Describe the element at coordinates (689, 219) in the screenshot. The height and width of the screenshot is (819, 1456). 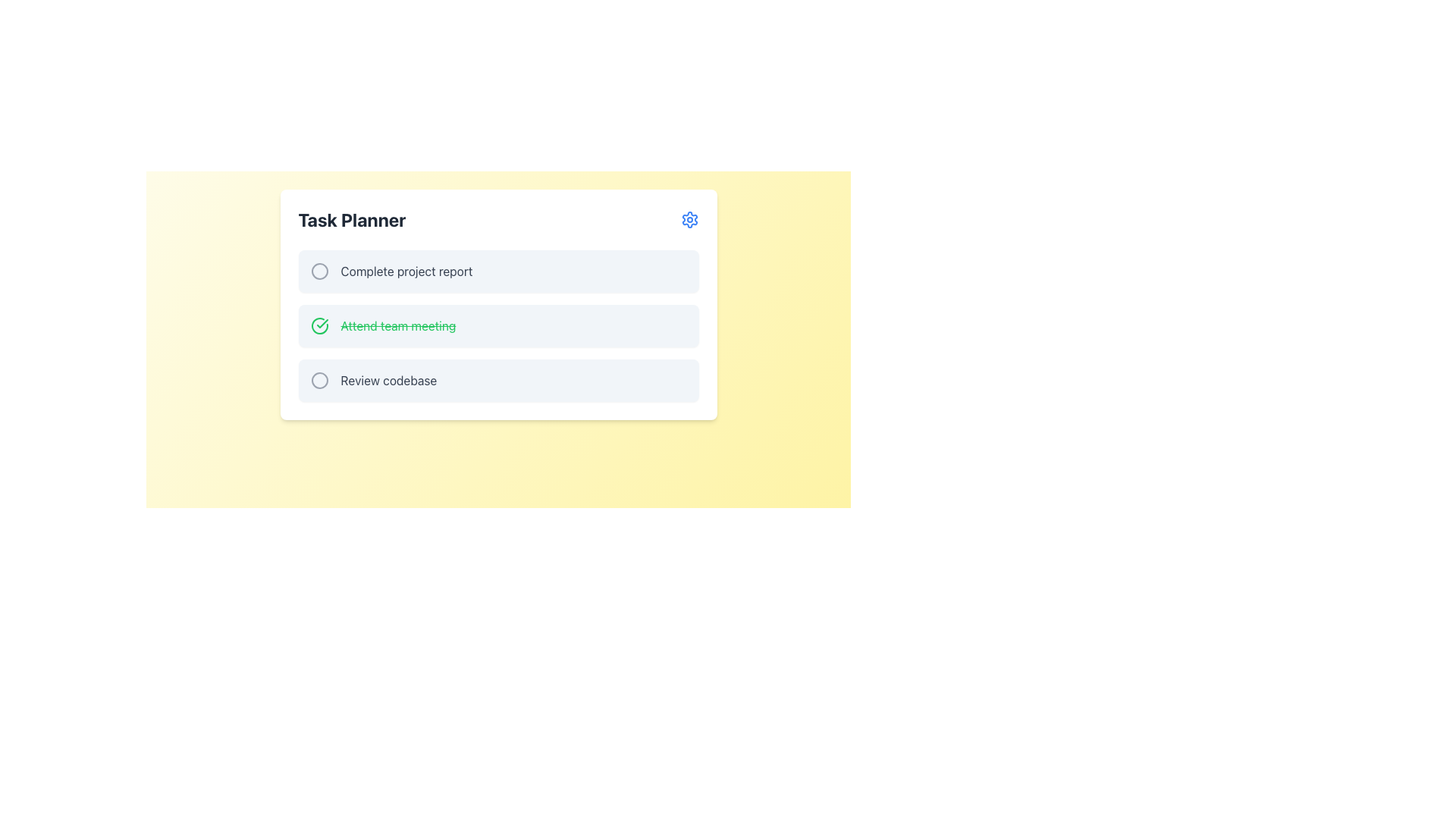
I see `the blue cogwheel icon located in the top-right corner of the 'Task Planner' card` at that location.